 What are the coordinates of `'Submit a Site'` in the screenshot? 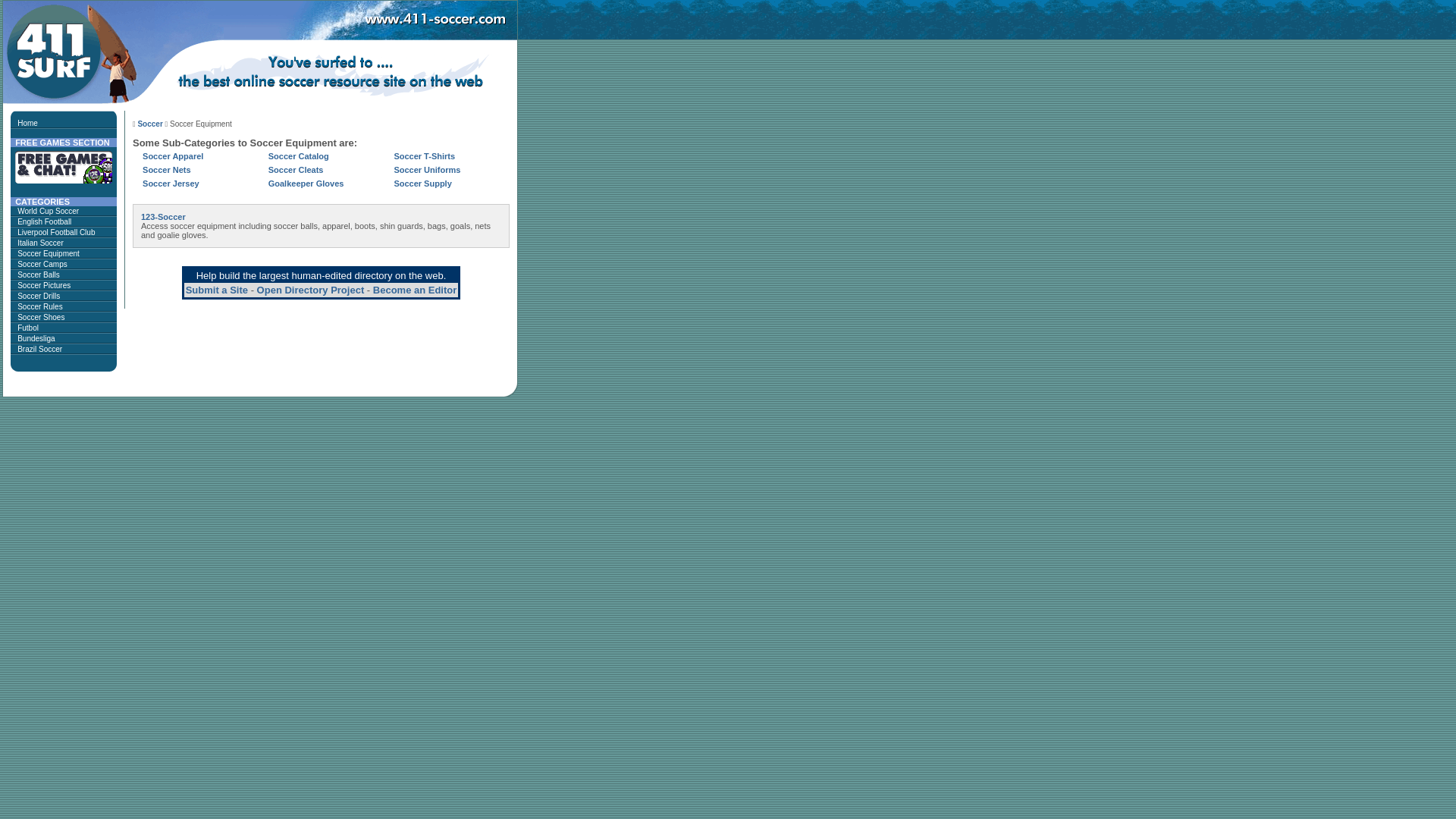 It's located at (184, 290).